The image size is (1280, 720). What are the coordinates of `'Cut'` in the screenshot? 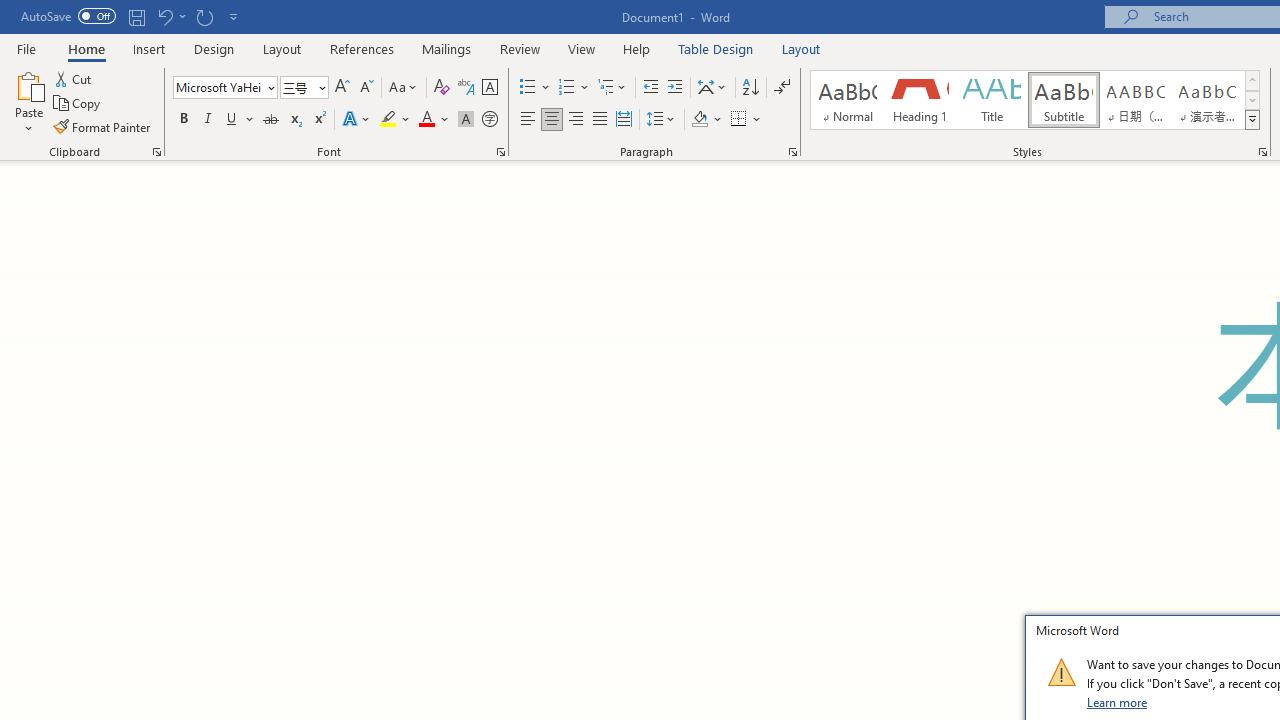 It's located at (74, 78).